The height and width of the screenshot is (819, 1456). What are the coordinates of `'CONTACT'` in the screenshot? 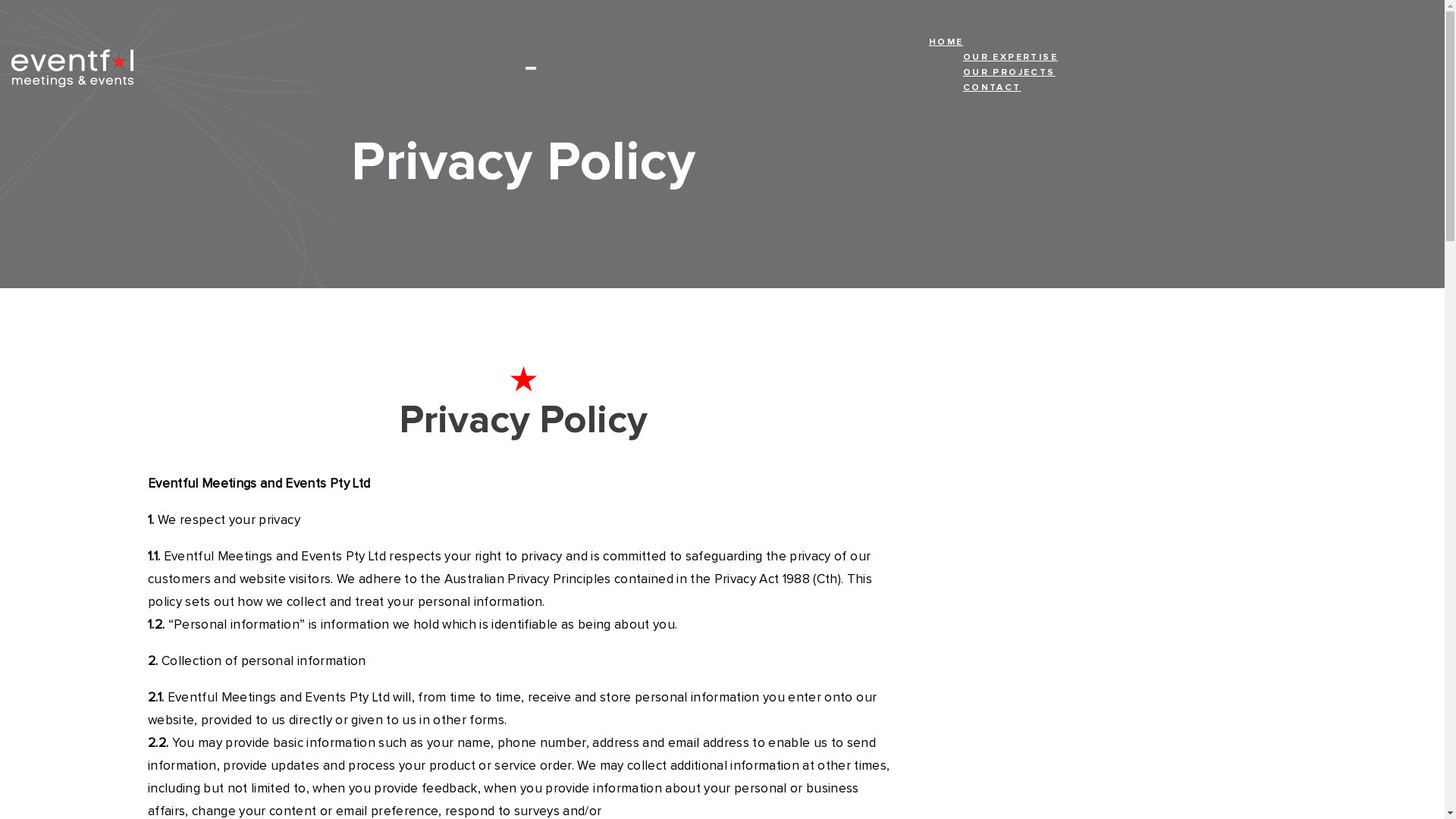 It's located at (1010, 90).